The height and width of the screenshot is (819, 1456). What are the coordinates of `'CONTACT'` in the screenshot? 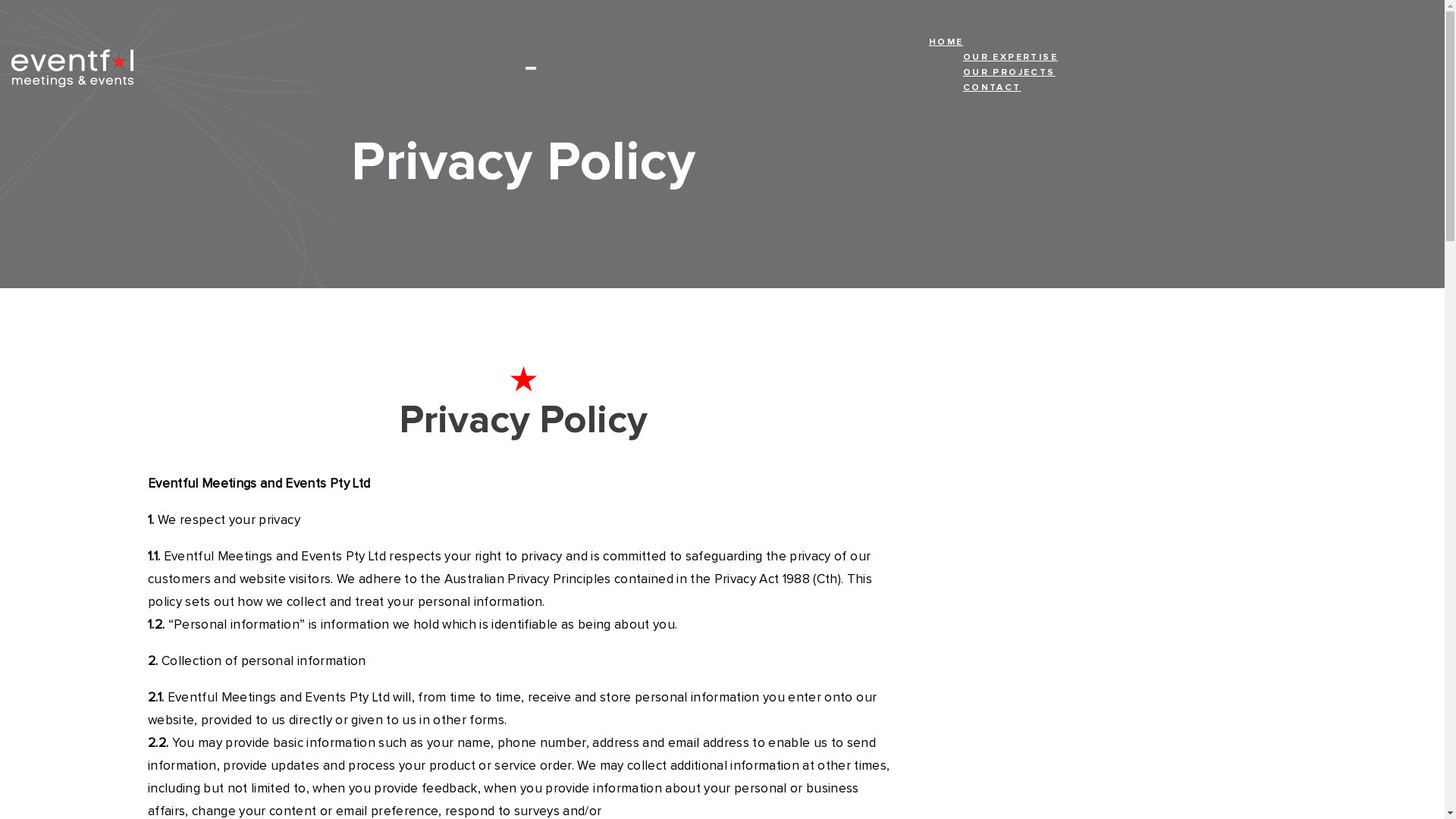 It's located at (1010, 90).